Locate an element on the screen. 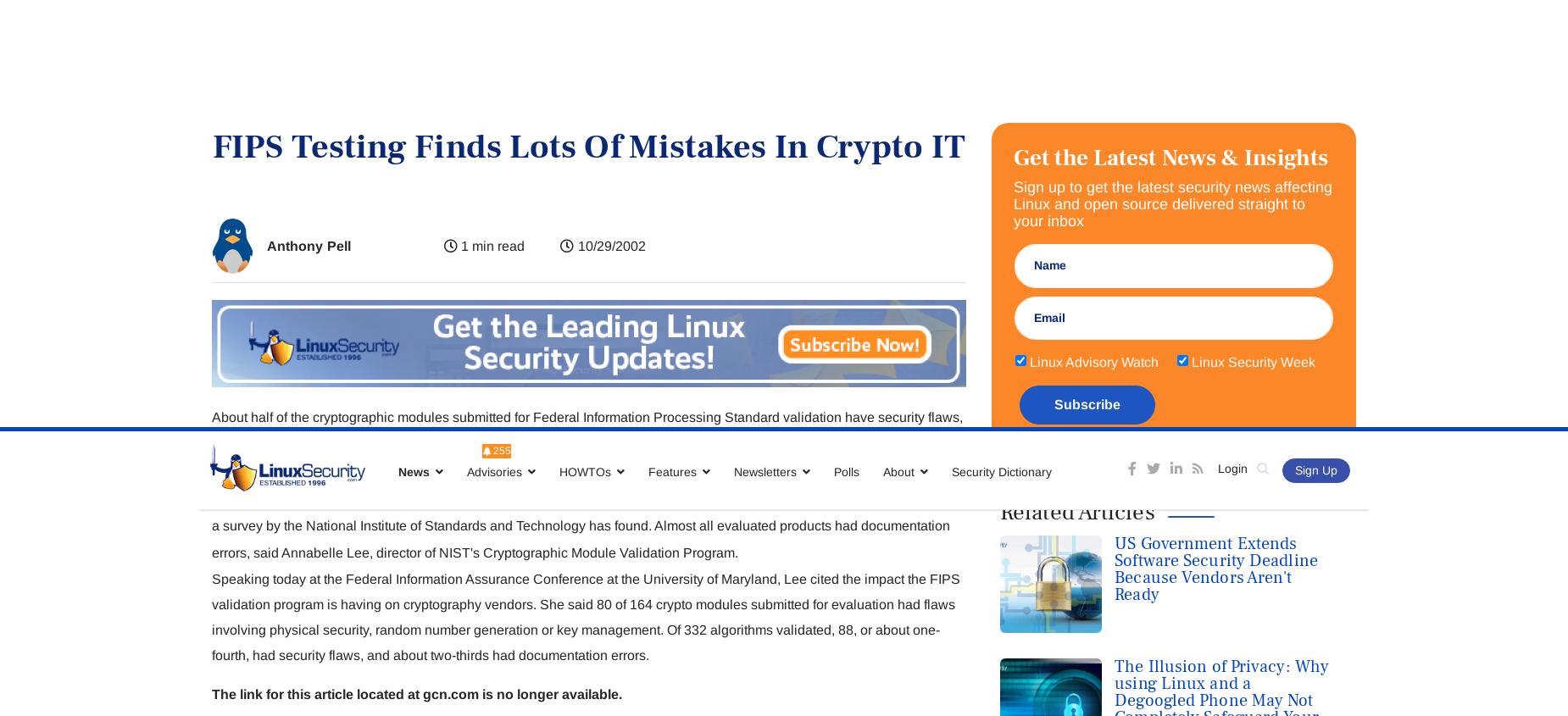  'Login' is located at coordinates (1232, 41).